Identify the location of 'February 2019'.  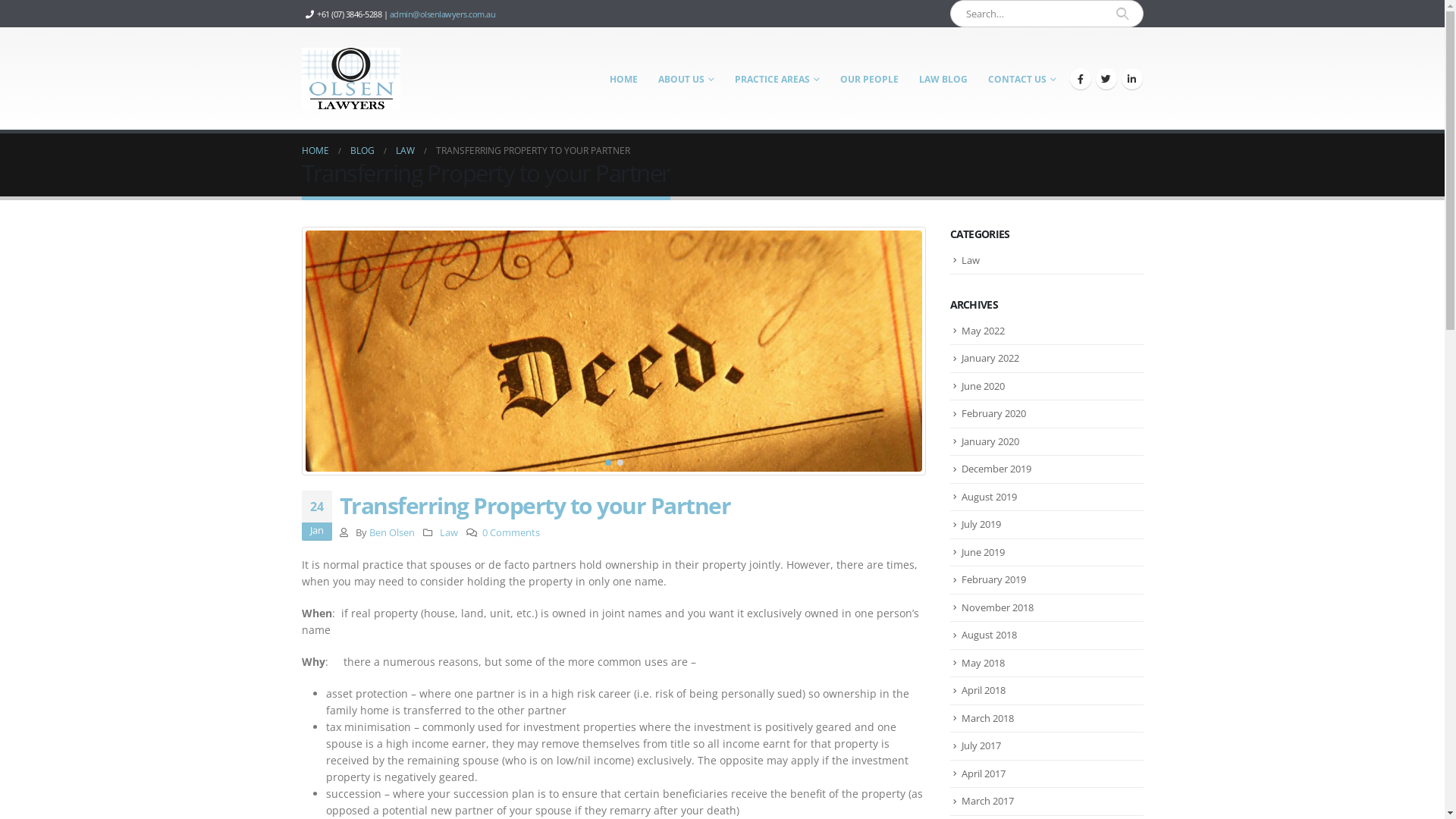
(993, 579).